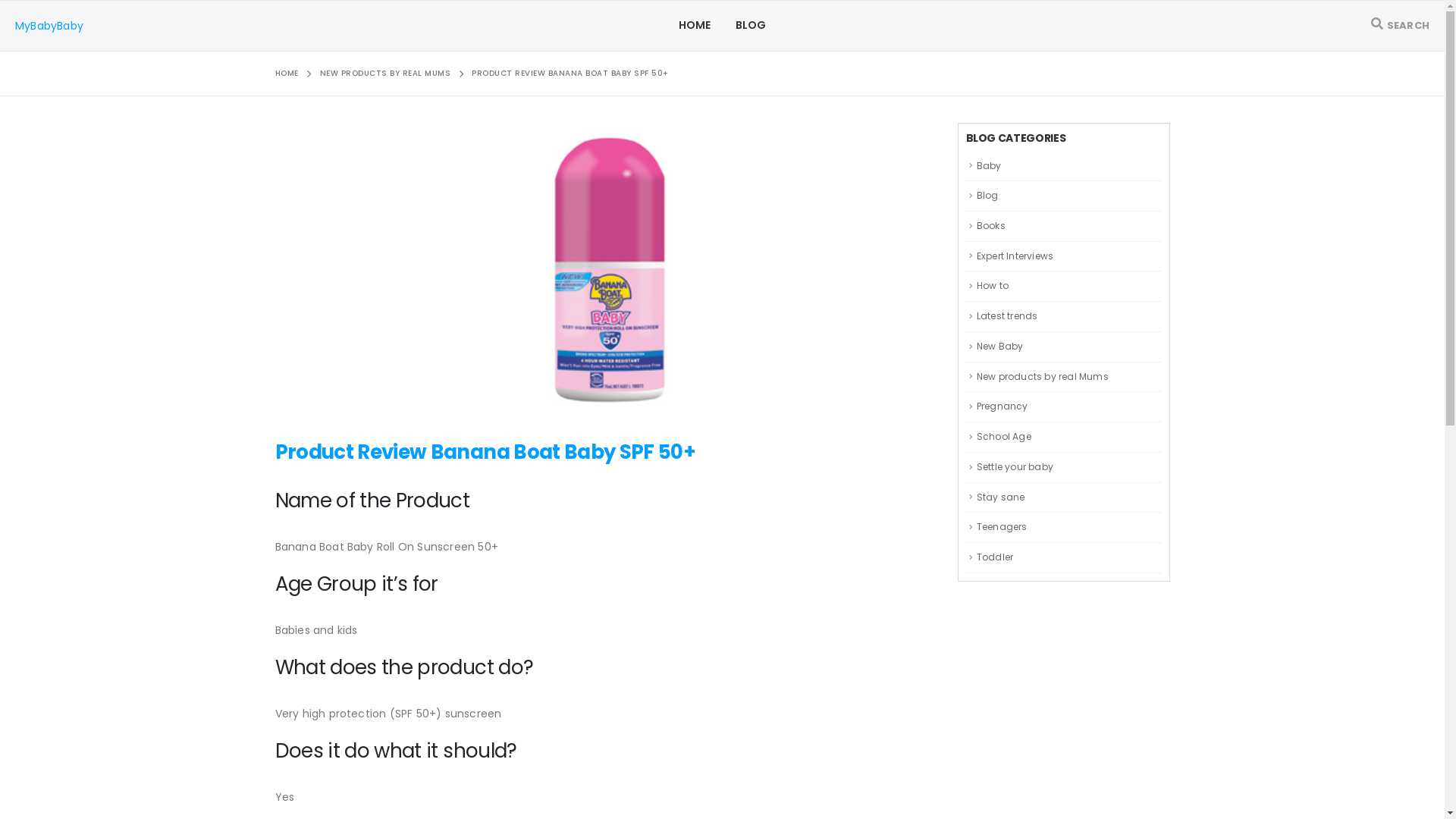 The width and height of the screenshot is (1456, 819). Describe the element at coordinates (723, 25) in the screenshot. I see `'BLOG'` at that location.